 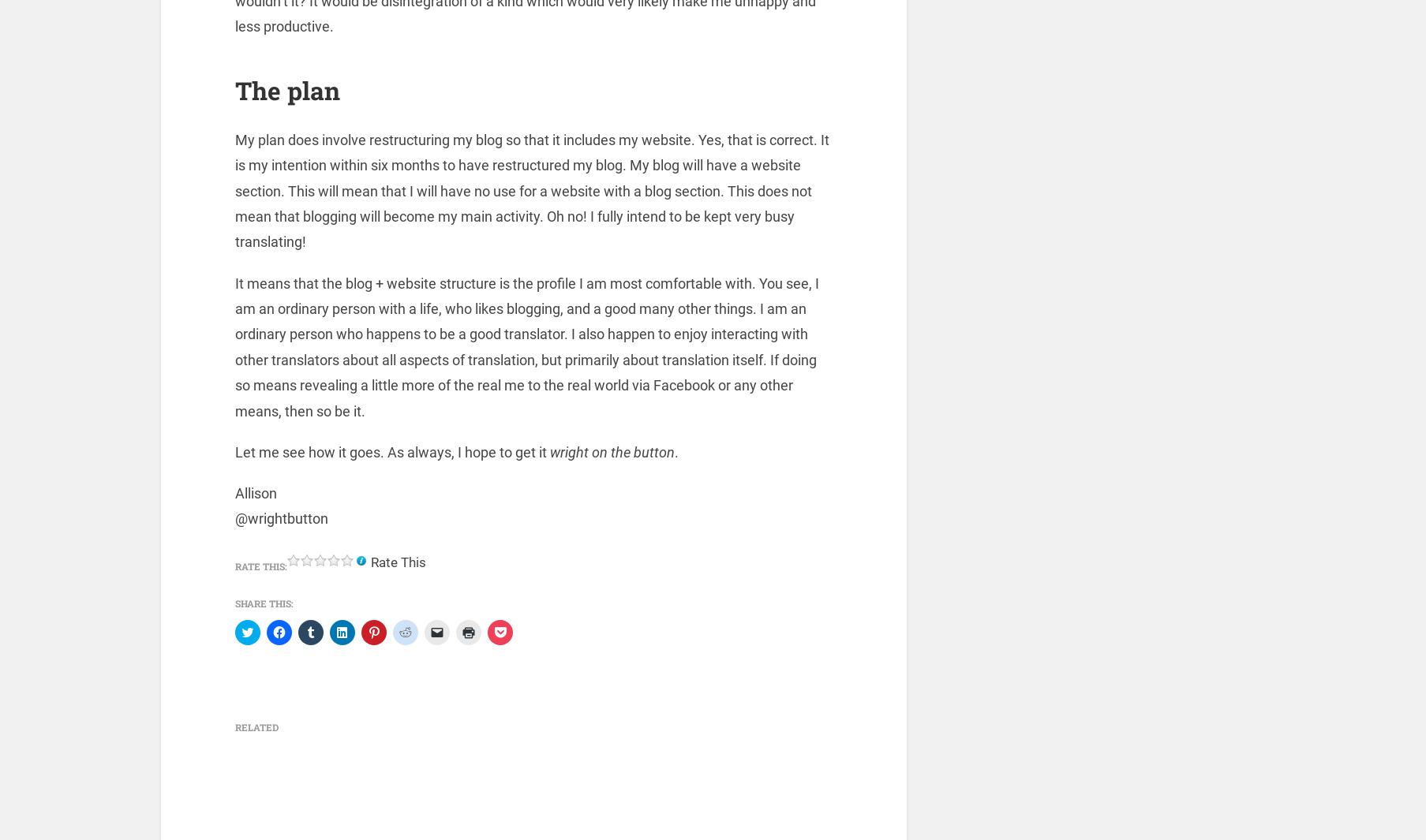 I want to click on '@wrightbutton', so click(x=281, y=521).